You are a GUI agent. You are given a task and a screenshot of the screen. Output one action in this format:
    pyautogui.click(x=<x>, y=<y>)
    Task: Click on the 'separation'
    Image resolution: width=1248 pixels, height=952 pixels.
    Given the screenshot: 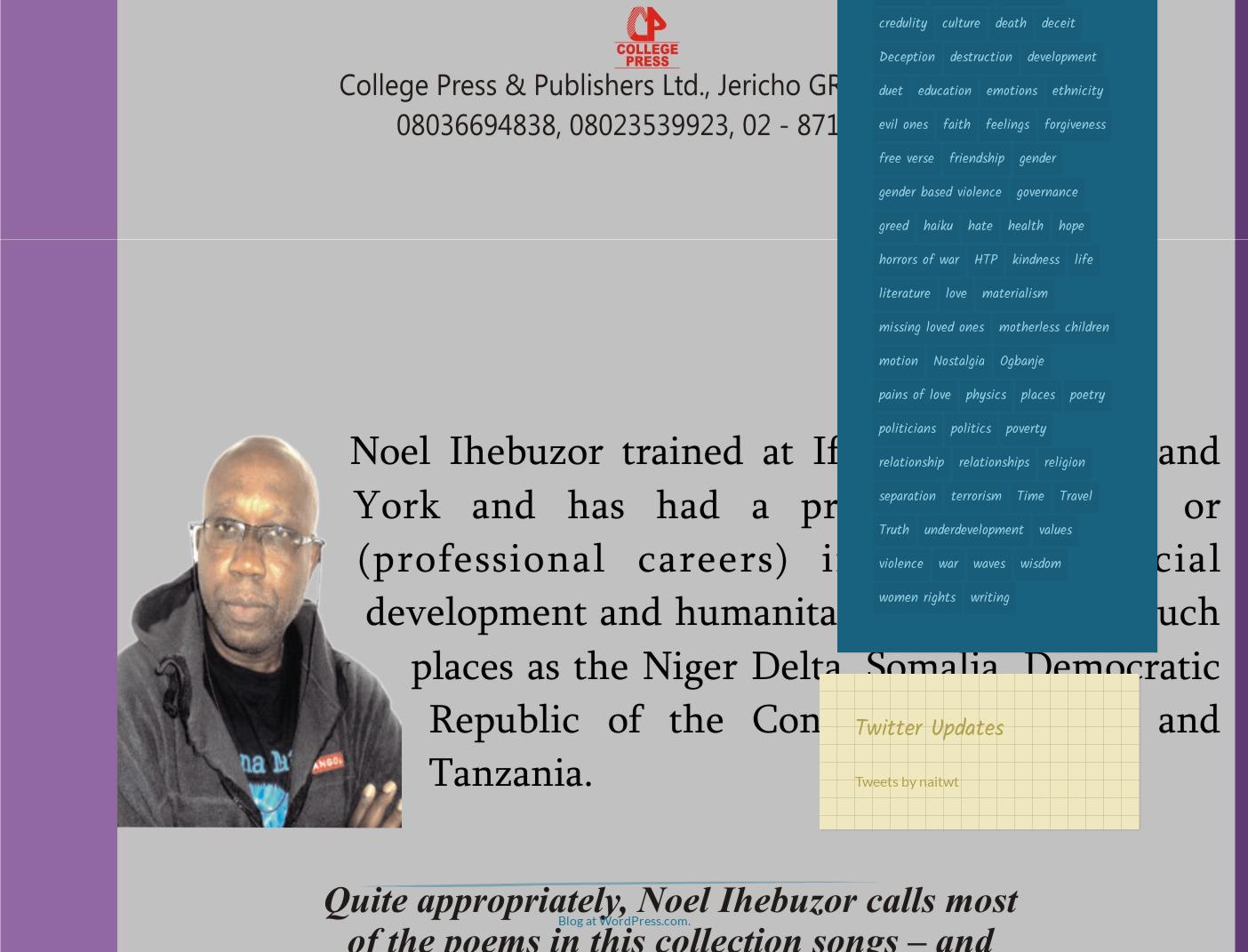 What is the action you would take?
    pyautogui.click(x=907, y=495)
    